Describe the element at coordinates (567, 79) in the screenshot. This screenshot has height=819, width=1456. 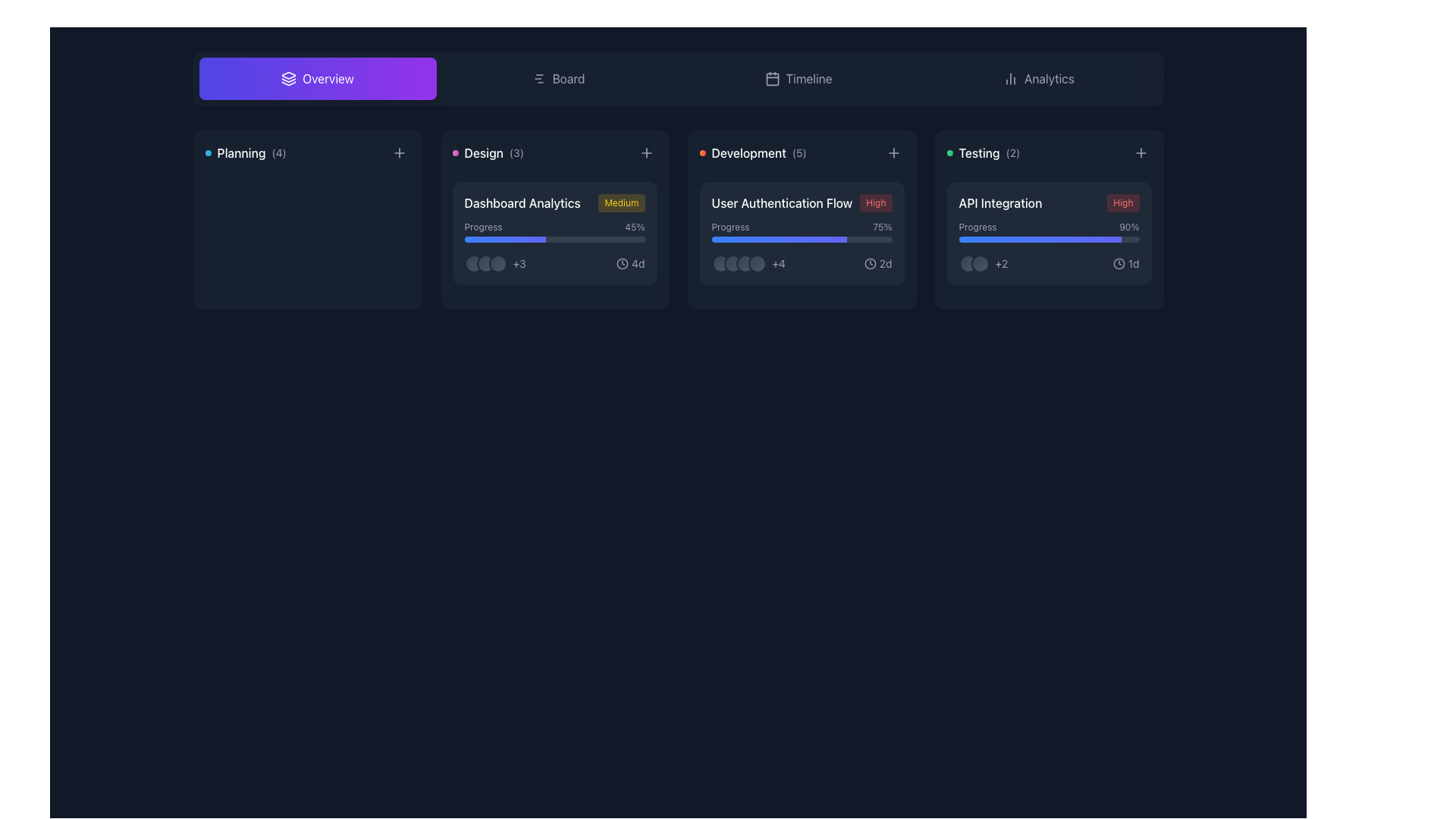
I see `the 'Board' text label in the navigation menu` at that location.